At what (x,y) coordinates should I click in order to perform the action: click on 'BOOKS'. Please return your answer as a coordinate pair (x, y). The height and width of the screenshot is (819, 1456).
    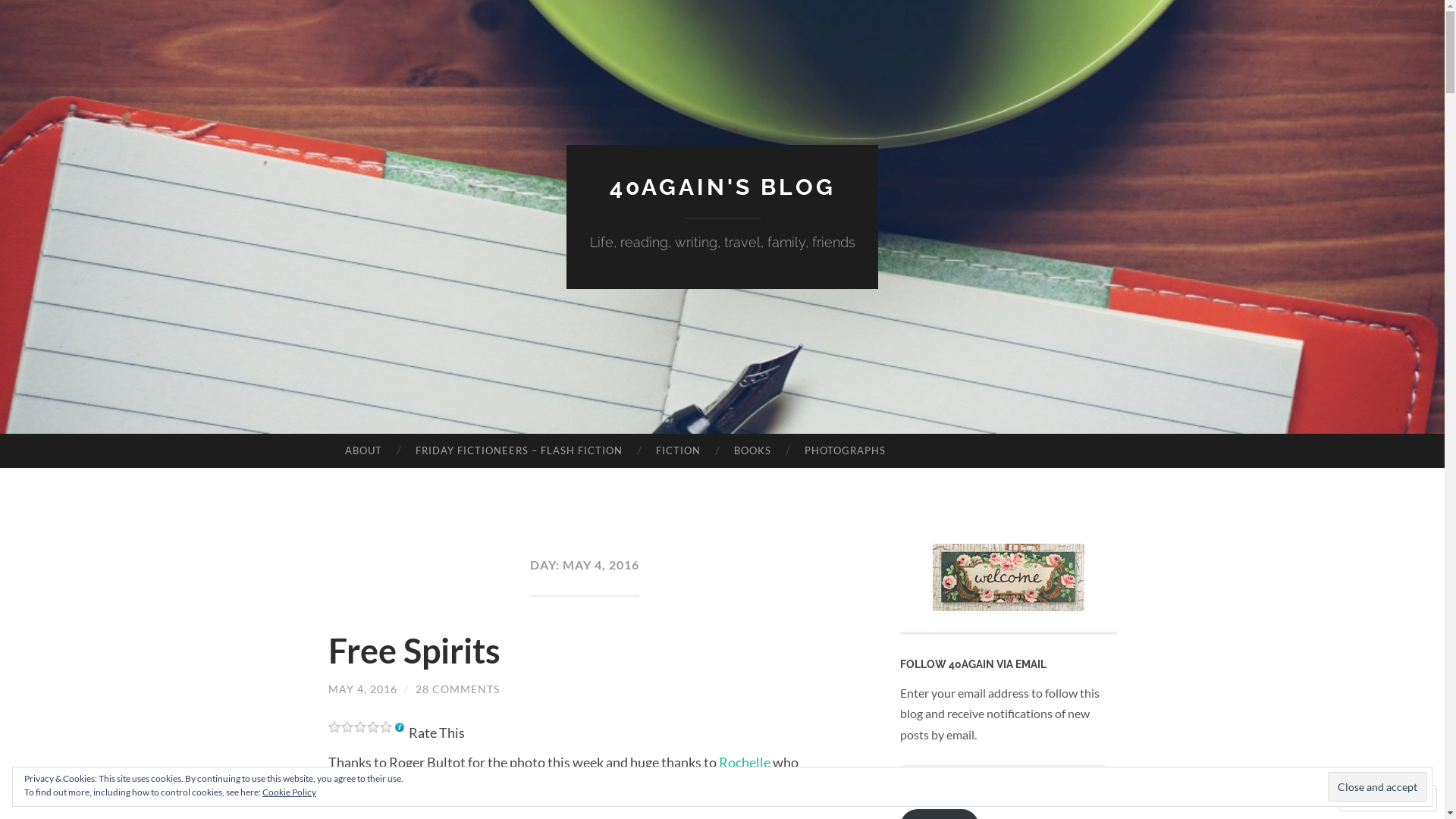
    Looking at the image, I should click on (752, 450).